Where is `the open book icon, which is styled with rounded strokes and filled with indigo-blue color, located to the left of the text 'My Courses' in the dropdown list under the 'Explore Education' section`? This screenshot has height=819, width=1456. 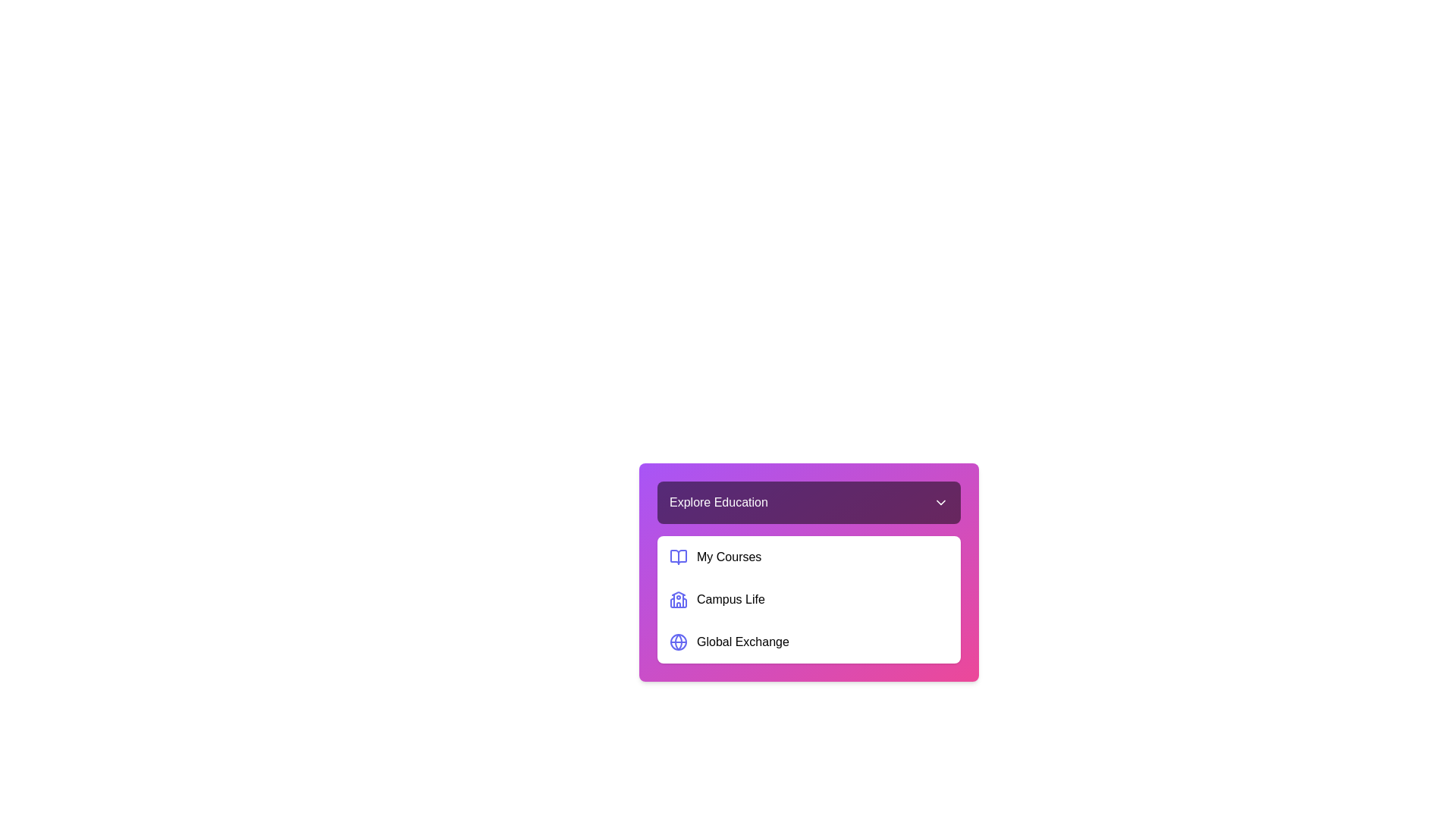
the open book icon, which is styled with rounded strokes and filled with indigo-blue color, located to the left of the text 'My Courses' in the dropdown list under the 'Explore Education' section is located at coordinates (677, 557).